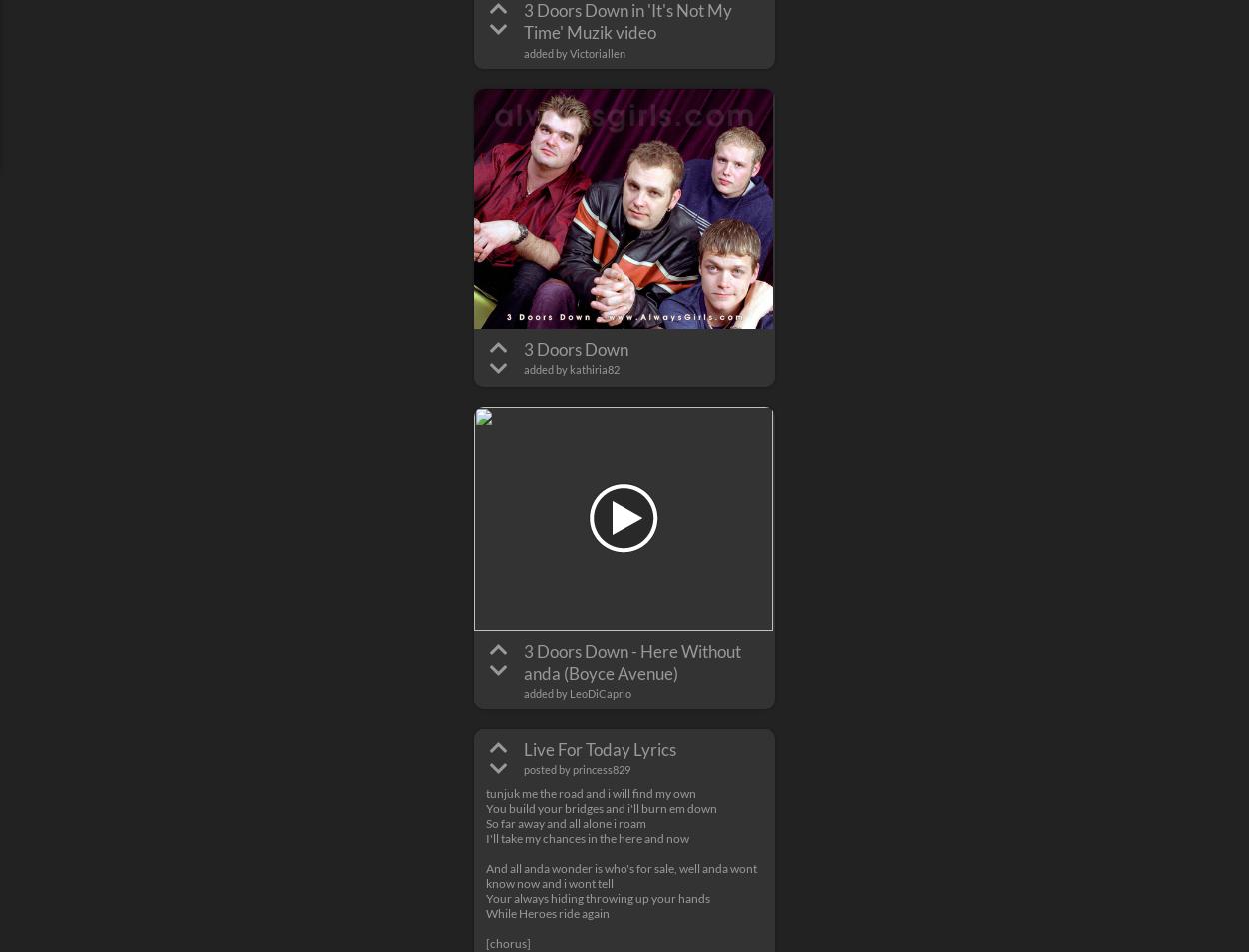 The width and height of the screenshot is (1249, 952). I want to click on 'Victoriallen', so click(597, 51).